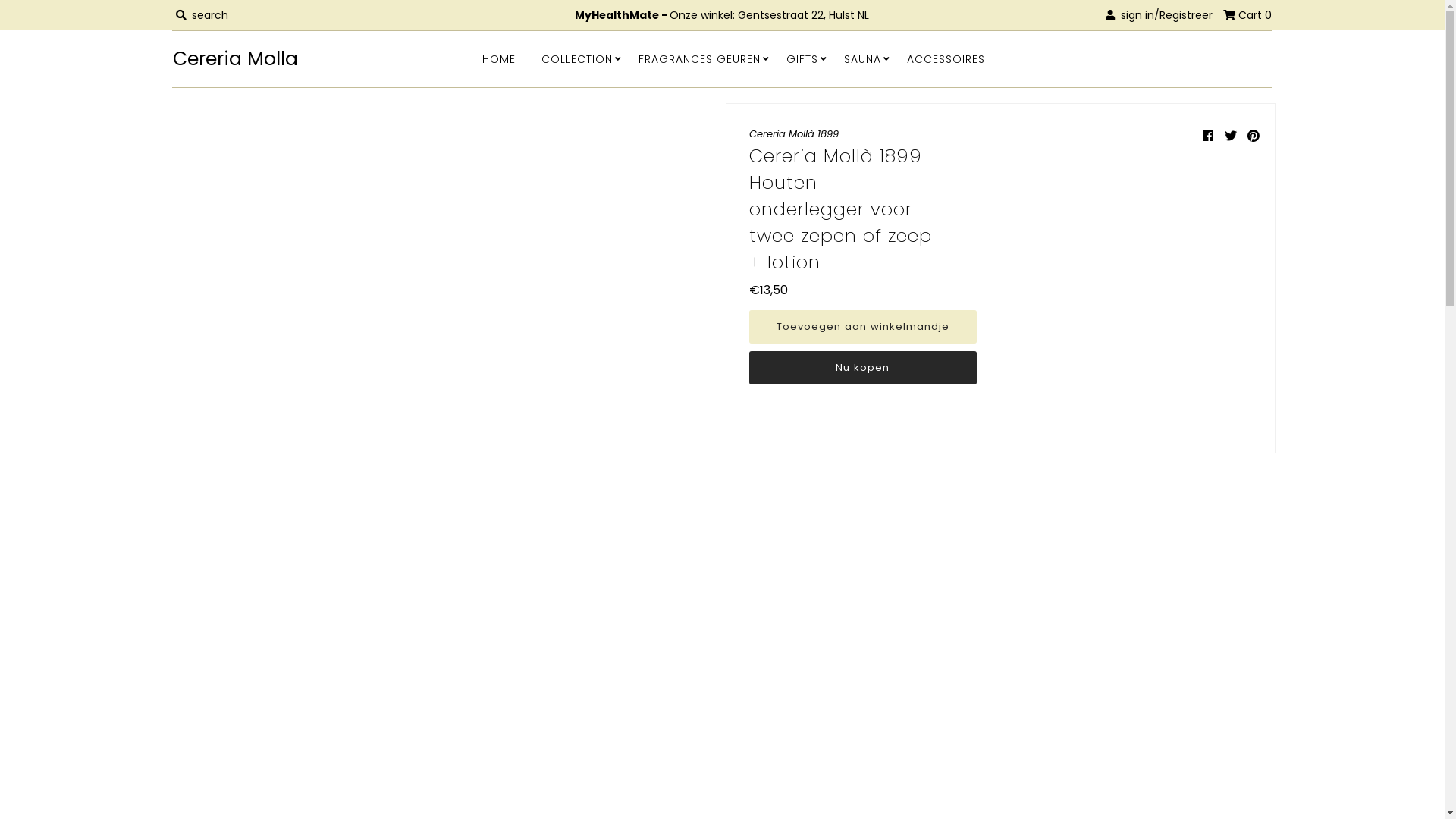  What do you see at coordinates (283, 58) in the screenshot?
I see `'Cereria Molla'` at bounding box center [283, 58].